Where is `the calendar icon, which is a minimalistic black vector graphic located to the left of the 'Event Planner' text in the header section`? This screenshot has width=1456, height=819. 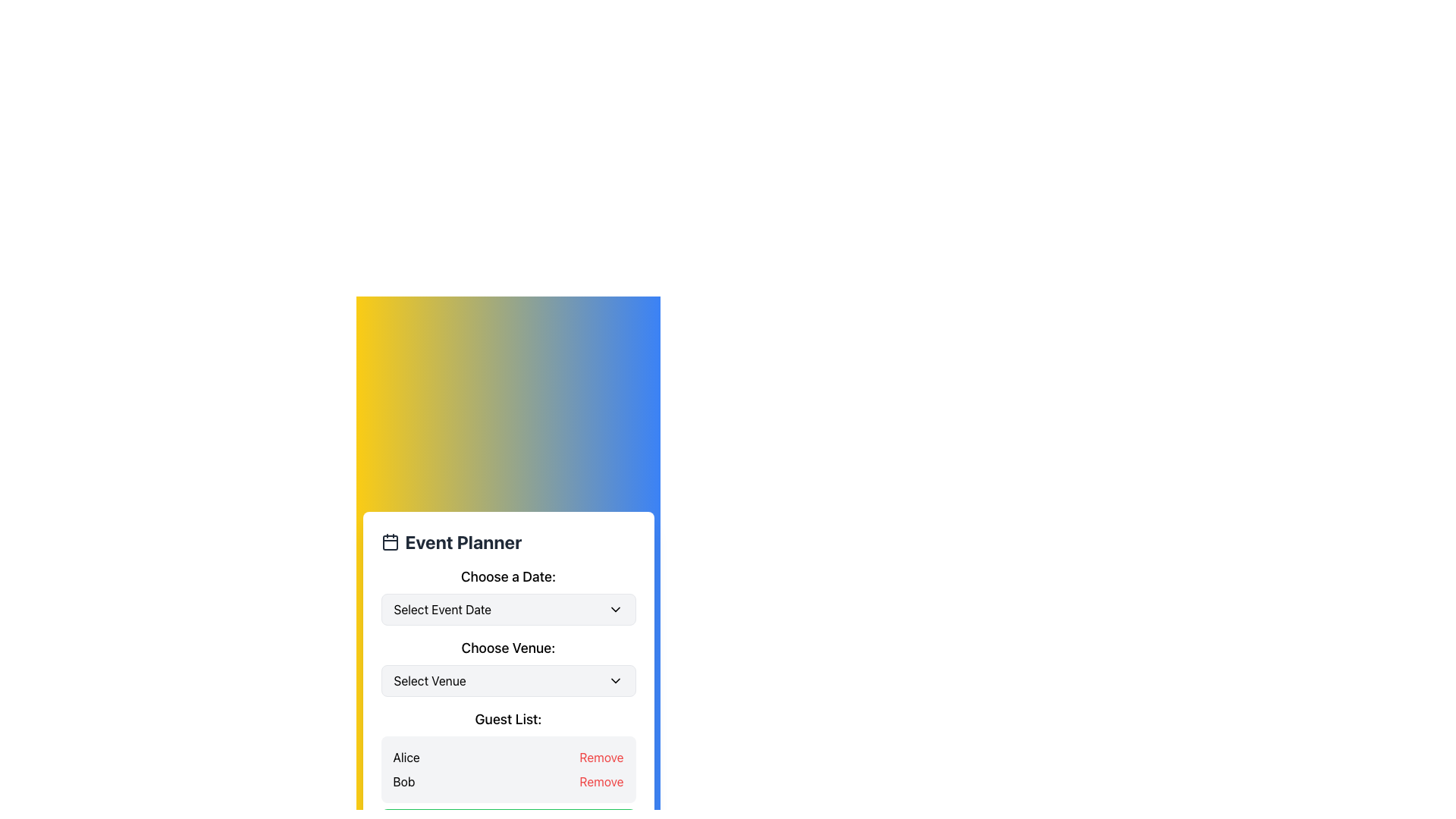 the calendar icon, which is a minimalistic black vector graphic located to the left of the 'Event Planner' text in the header section is located at coordinates (390, 541).